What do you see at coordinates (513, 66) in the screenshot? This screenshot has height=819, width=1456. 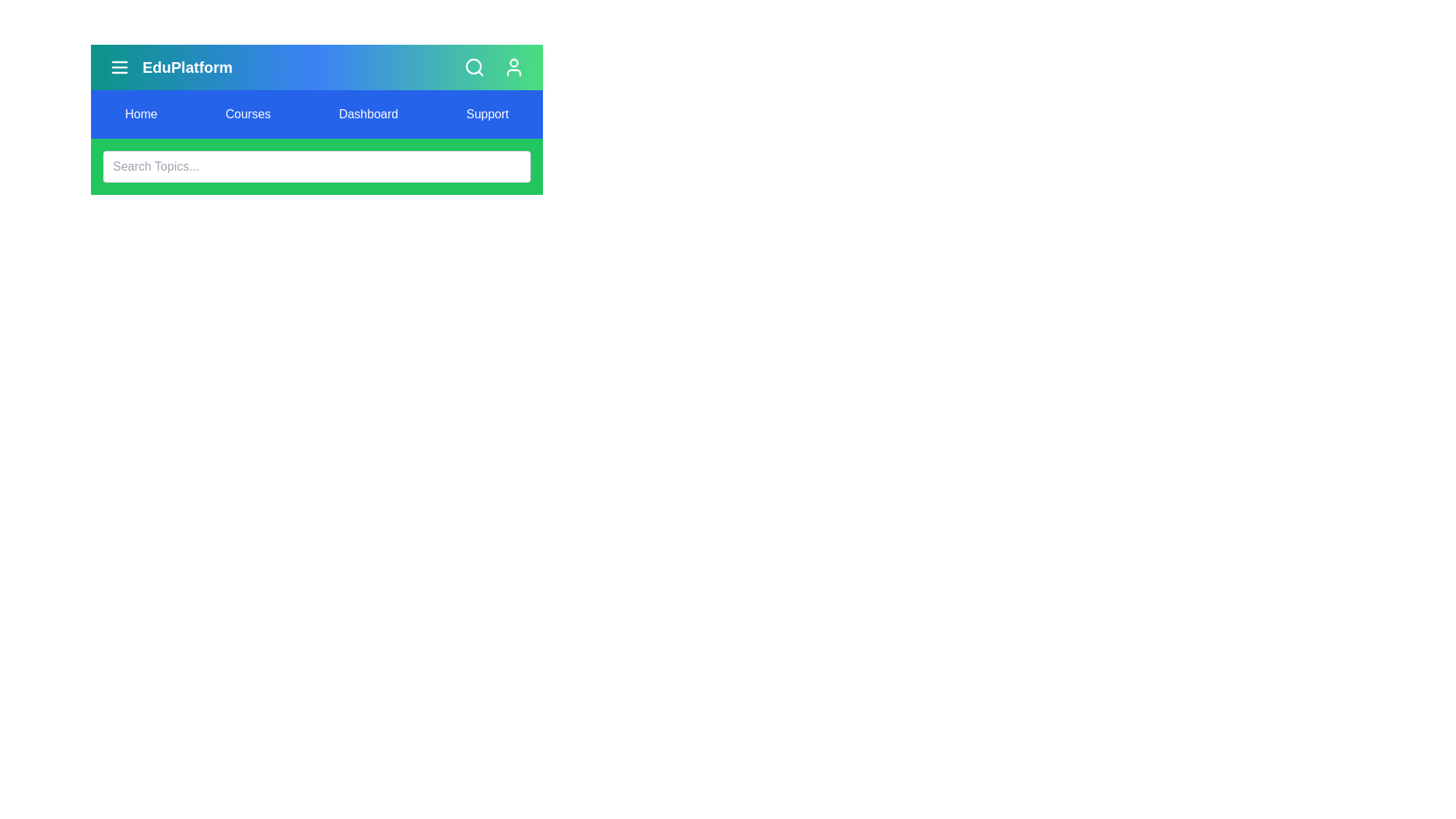 I see `the user profile icon in the top right corner of the app bar` at bounding box center [513, 66].